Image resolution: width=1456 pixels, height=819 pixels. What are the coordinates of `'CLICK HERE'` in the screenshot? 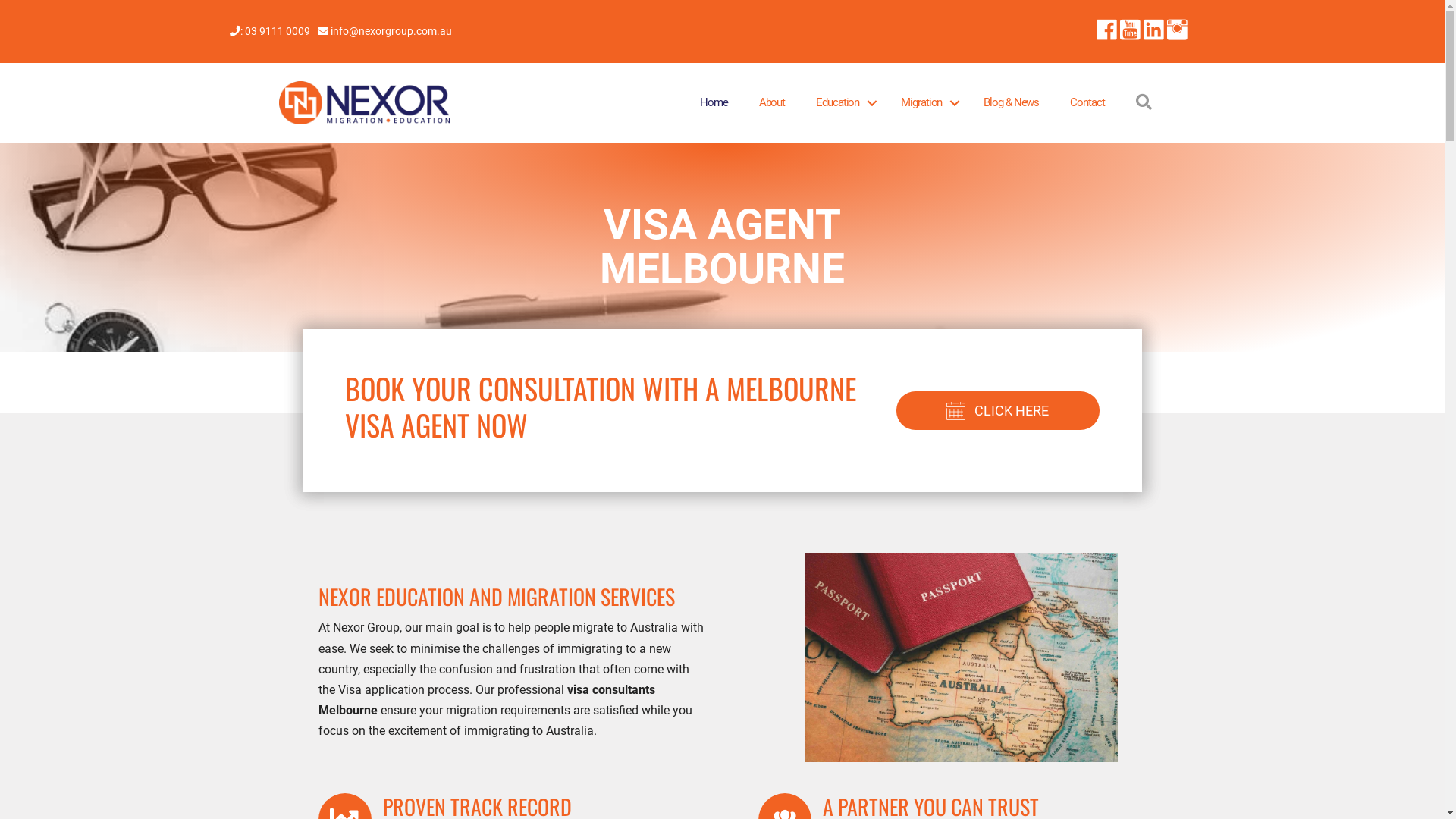 It's located at (998, 410).